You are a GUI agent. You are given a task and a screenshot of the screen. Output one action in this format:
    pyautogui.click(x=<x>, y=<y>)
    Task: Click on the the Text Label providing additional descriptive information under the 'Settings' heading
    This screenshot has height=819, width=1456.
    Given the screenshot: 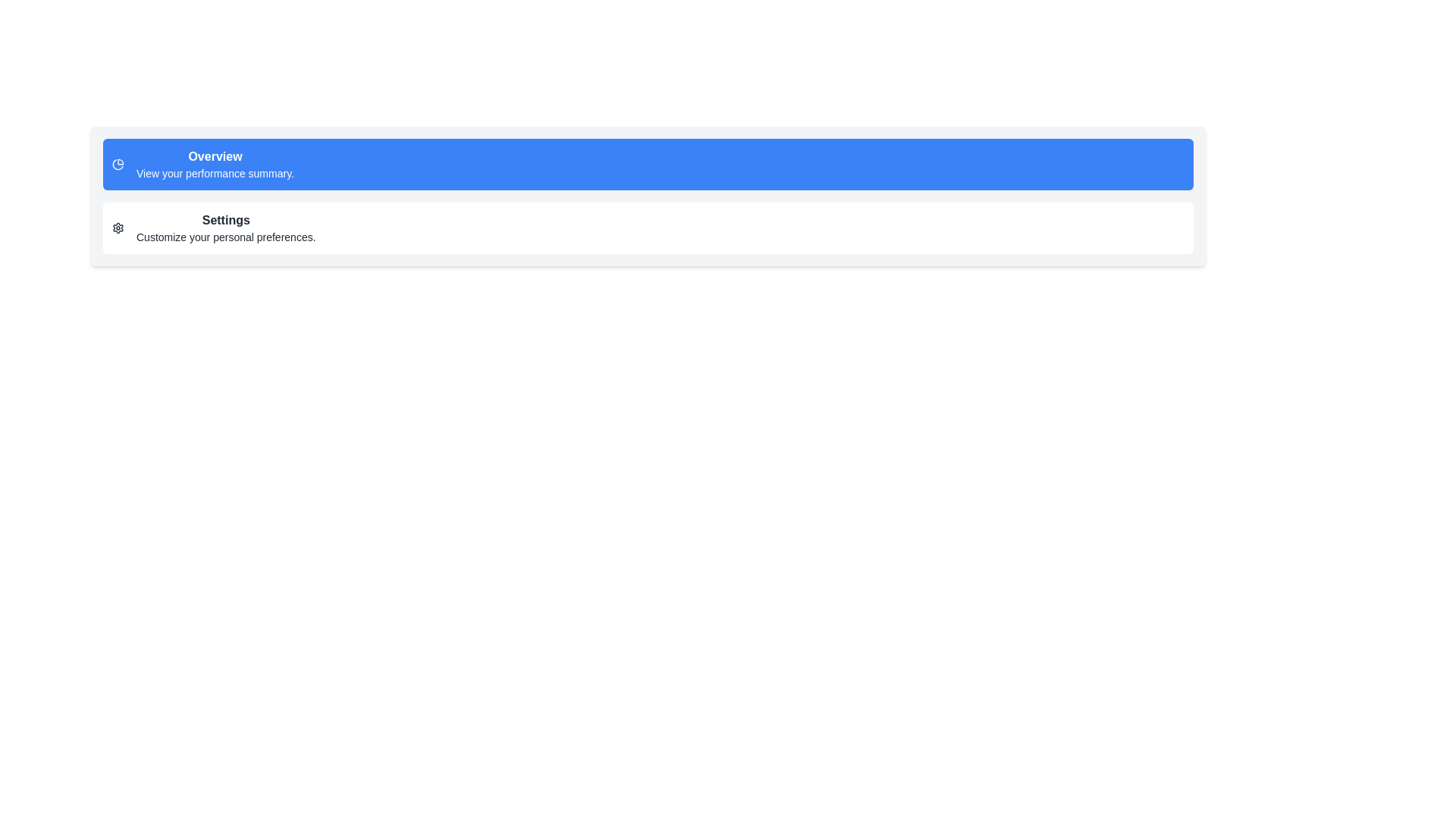 What is the action you would take?
    pyautogui.click(x=225, y=237)
    